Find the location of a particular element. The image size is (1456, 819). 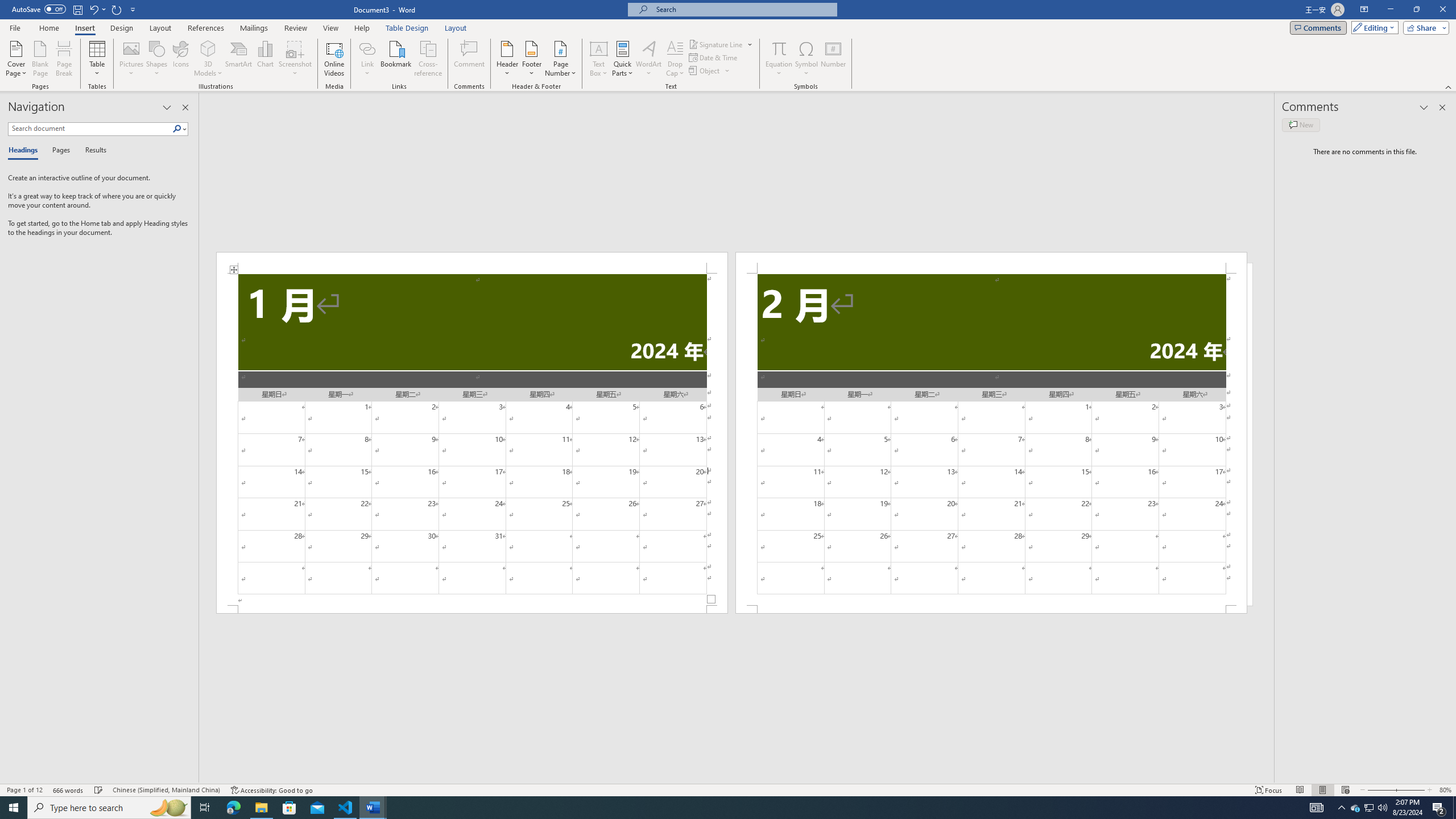

'Restore Down' is located at coordinates (1416, 9).